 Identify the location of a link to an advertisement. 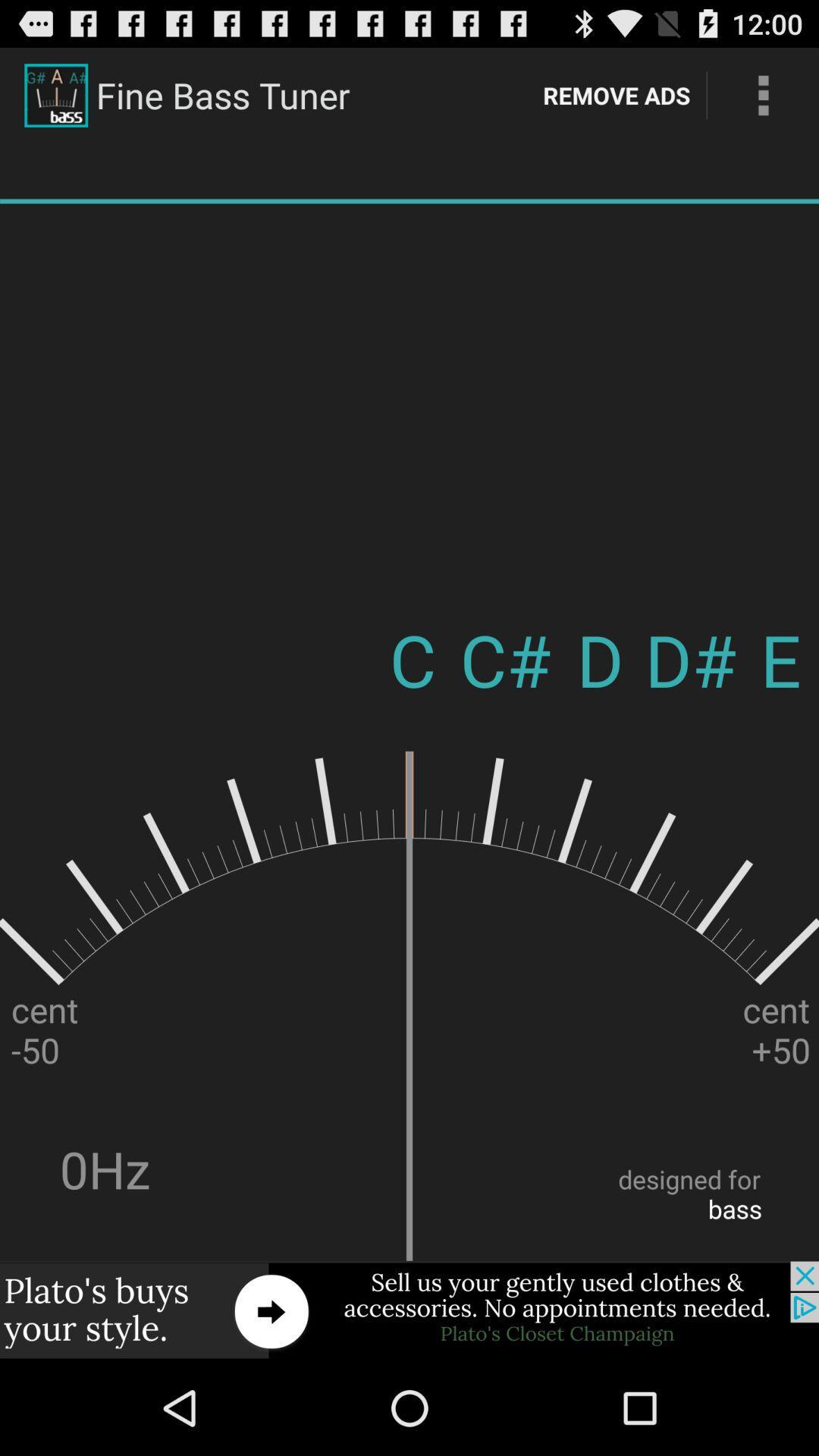
(409, 1310).